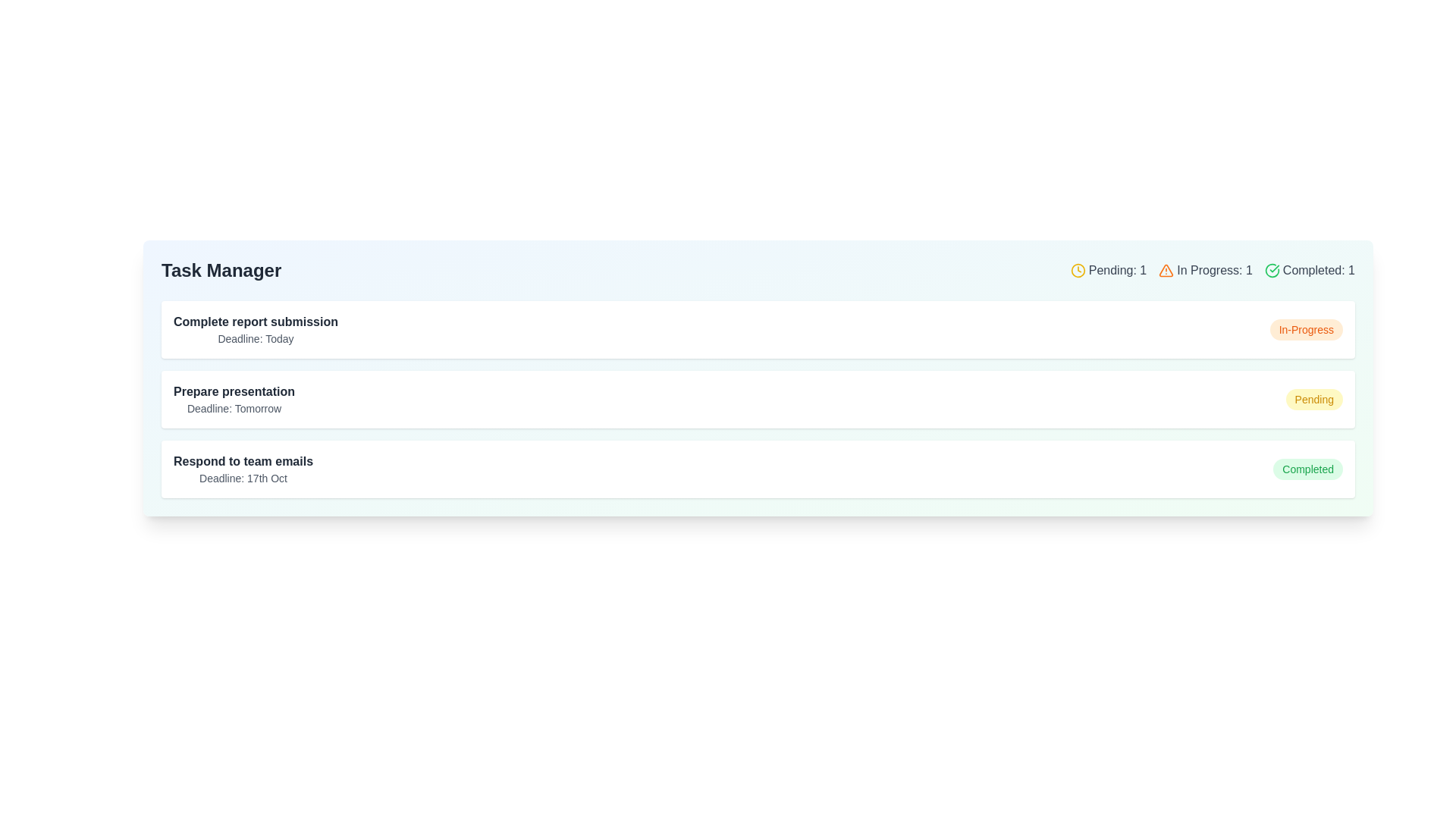  I want to click on status badge indicating the current task state, which is 'Pending', located at the right-most side of the task management interface next to the 'Prepare presentation Deadline: Tomorrow' text, so click(1313, 399).